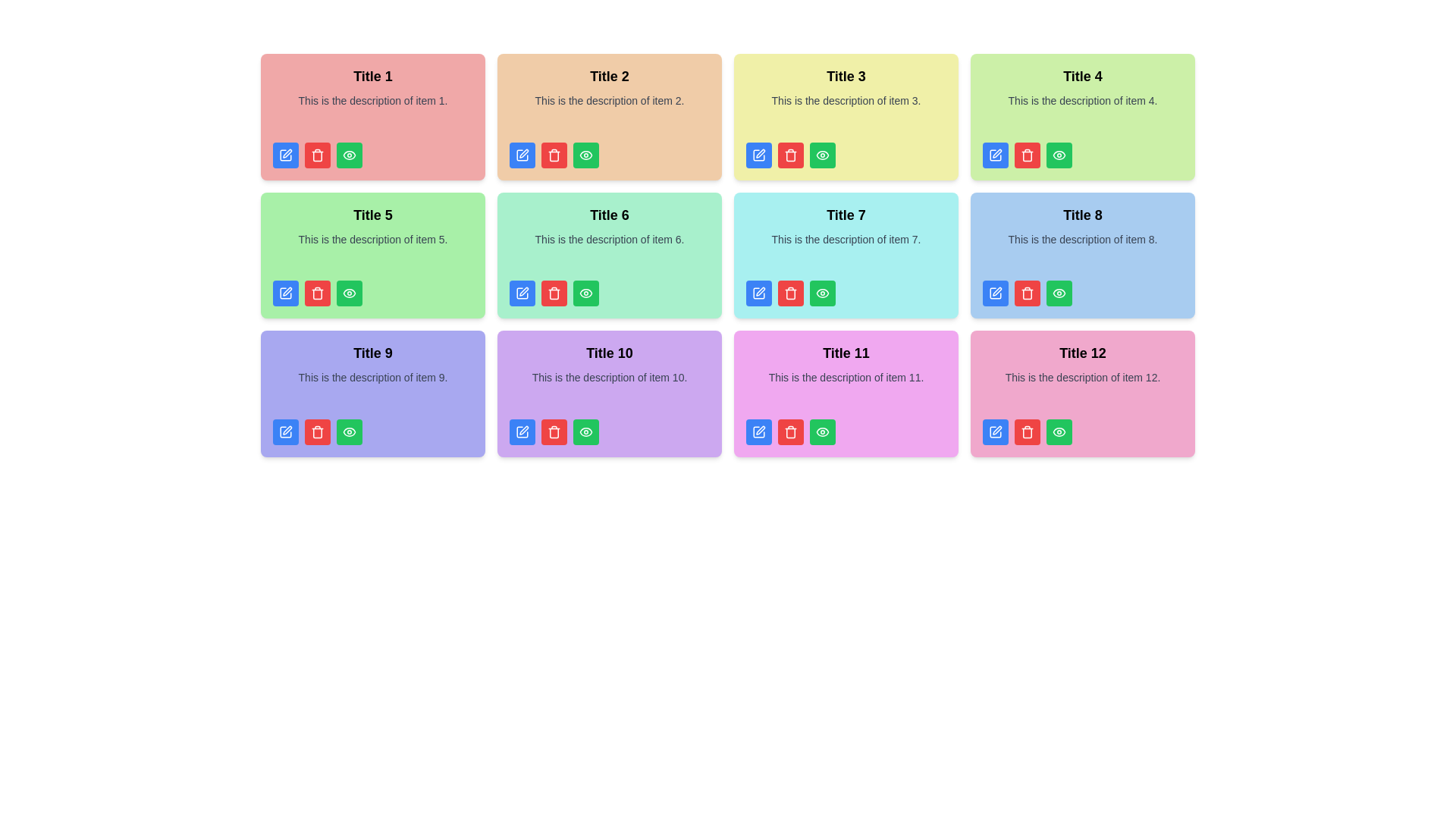  Describe the element at coordinates (316, 293) in the screenshot. I see `the red rounded rectangular delete button with a trash bin icon, located in the middle of three buttons at the bottom-left corner of the 'Title 5' item card` at that location.